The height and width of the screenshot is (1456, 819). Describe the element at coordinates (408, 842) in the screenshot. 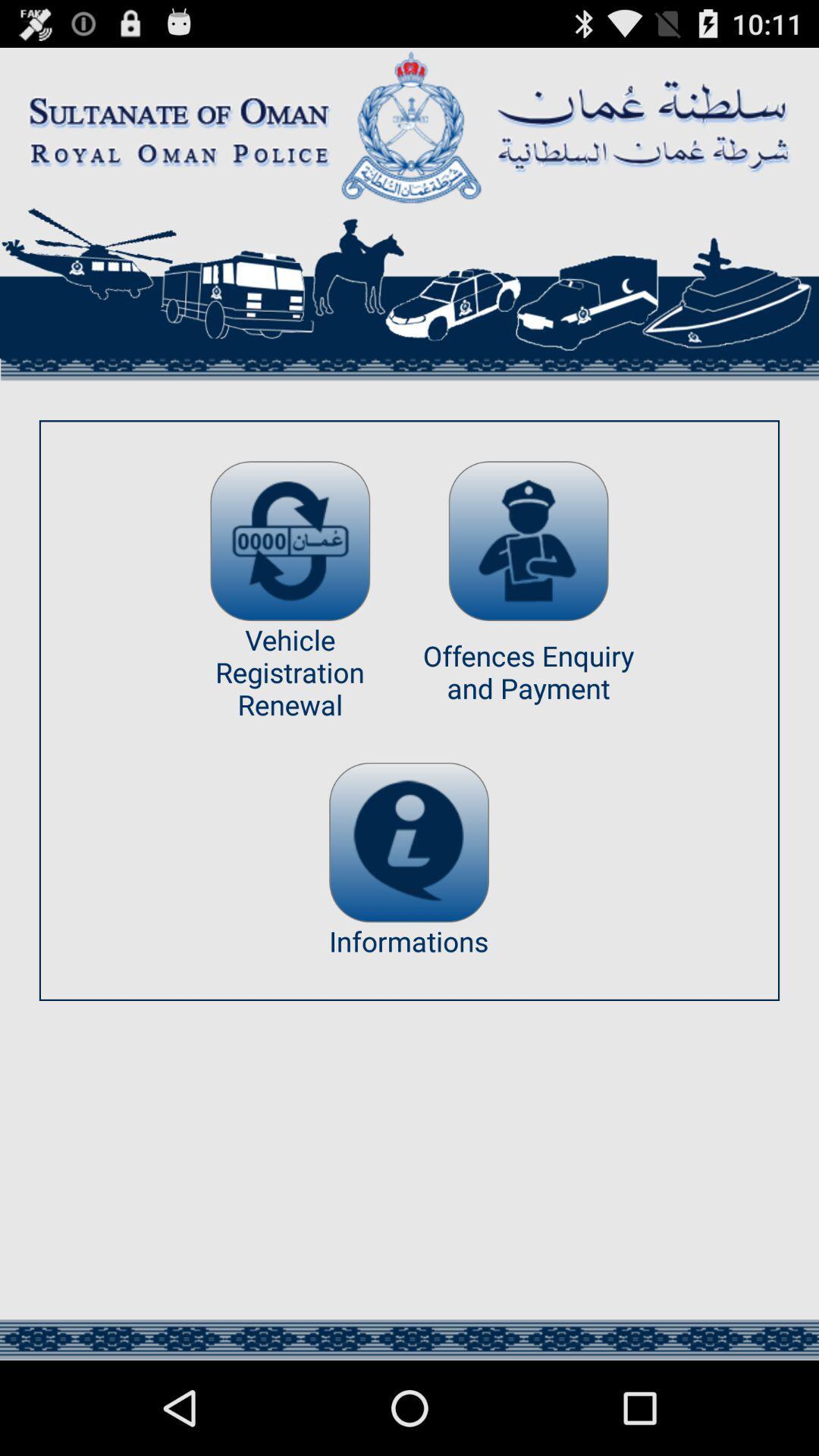

I see `the icon above informations` at that location.